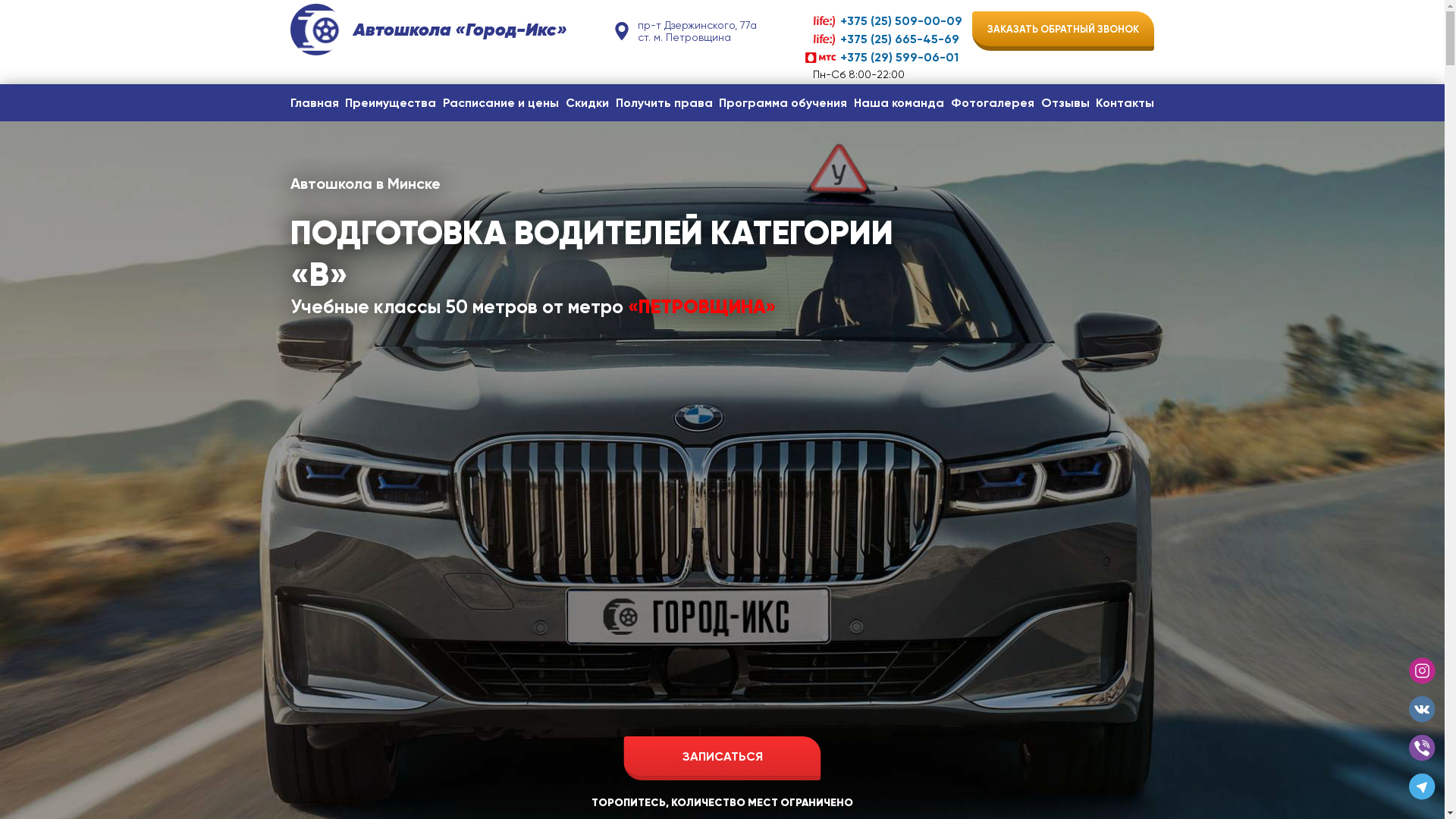  What do you see at coordinates (883, 38) in the screenshot?
I see `'+375 (25) 665-45-69'` at bounding box center [883, 38].